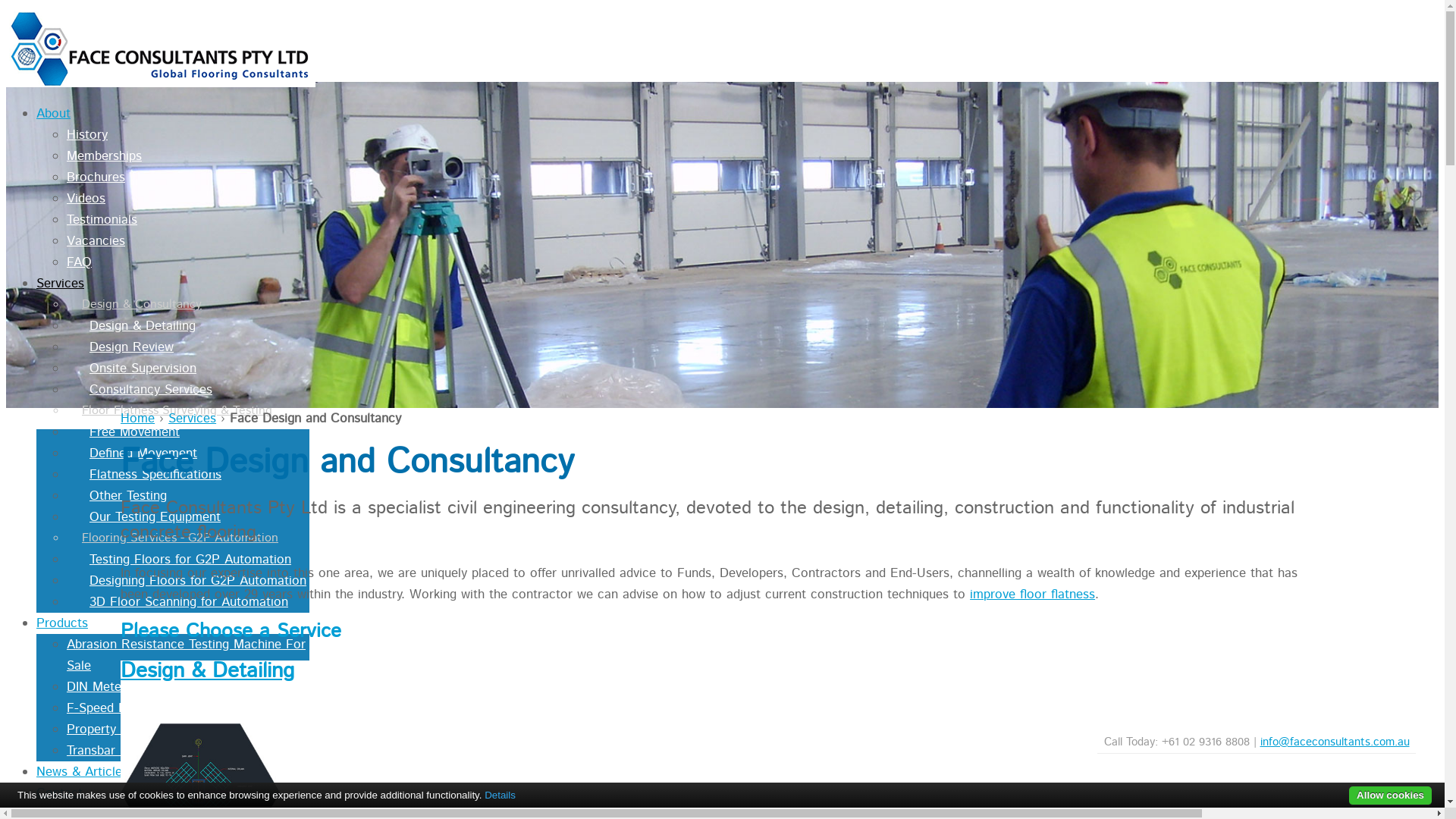  Describe the element at coordinates (78, 262) in the screenshot. I see `'FAQ'` at that location.